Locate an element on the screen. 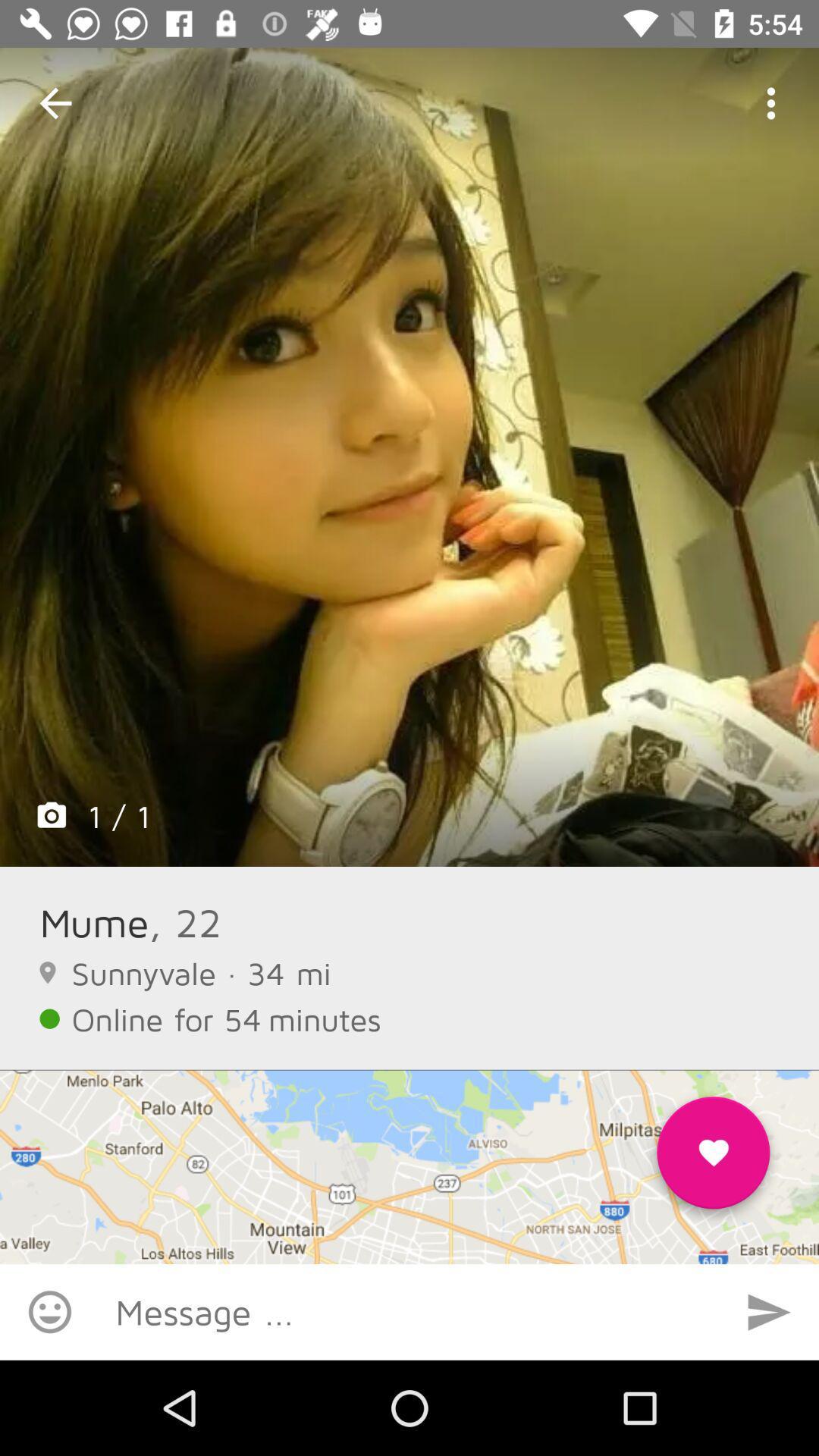  the emoji icon is located at coordinates (49, 1311).